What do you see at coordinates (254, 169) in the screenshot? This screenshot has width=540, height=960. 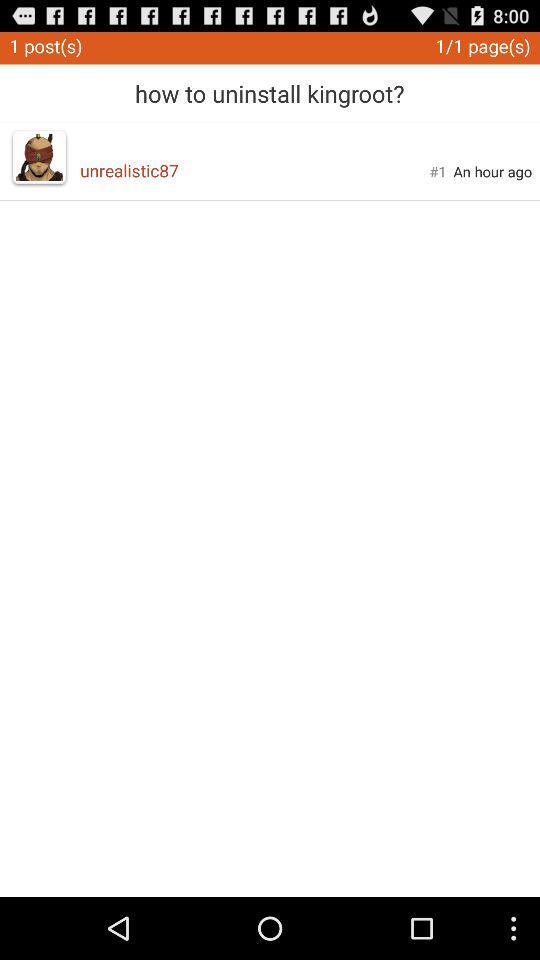 I see `the app below how to uninstall app` at bounding box center [254, 169].